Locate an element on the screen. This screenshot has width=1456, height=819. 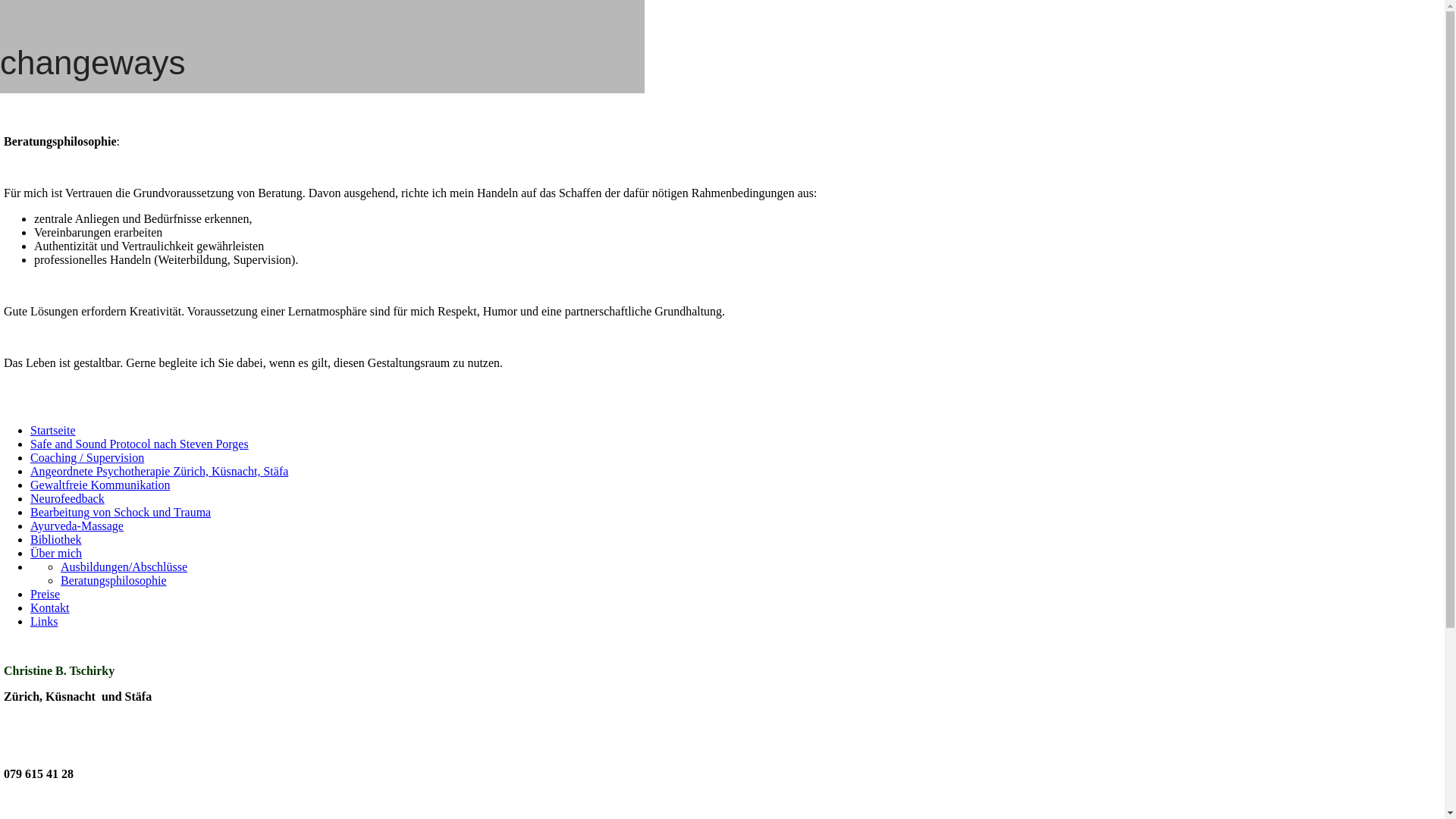
'Kontakt' is located at coordinates (50, 607).